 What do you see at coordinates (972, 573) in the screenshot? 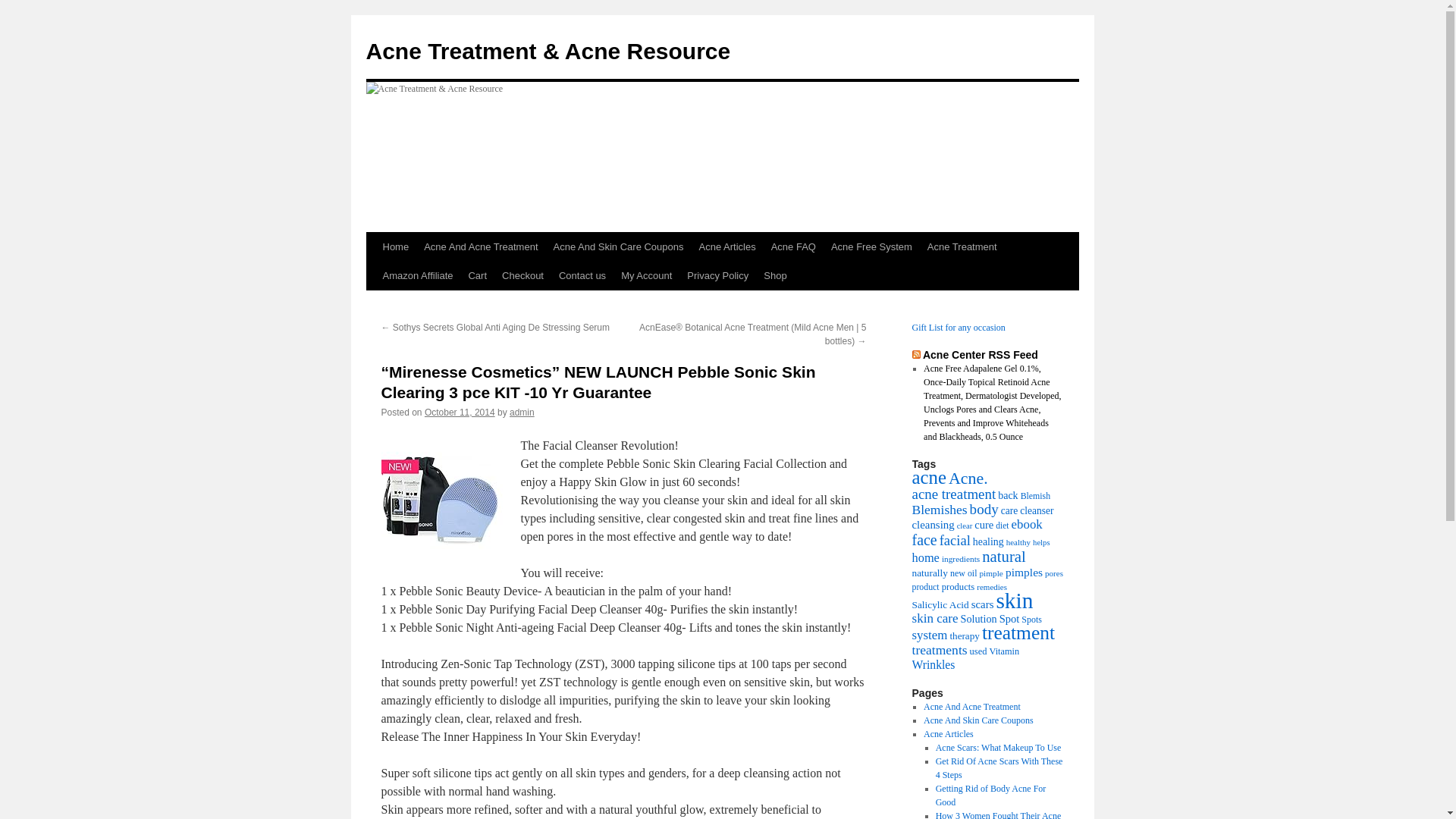
I see `'oil'` at bounding box center [972, 573].